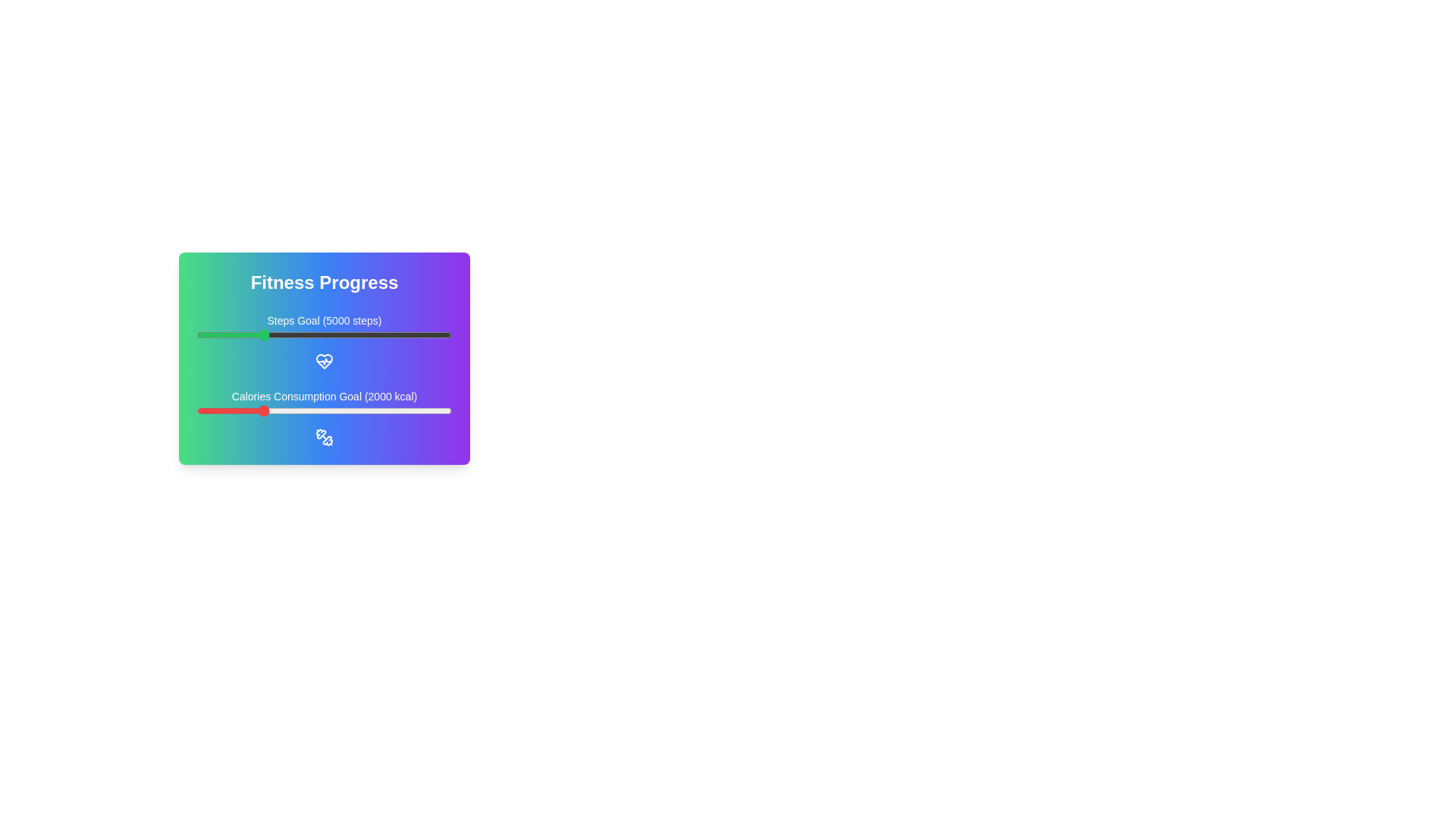 This screenshot has width=1456, height=819. What do you see at coordinates (347, 334) in the screenshot?
I see `the steps goal` at bounding box center [347, 334].